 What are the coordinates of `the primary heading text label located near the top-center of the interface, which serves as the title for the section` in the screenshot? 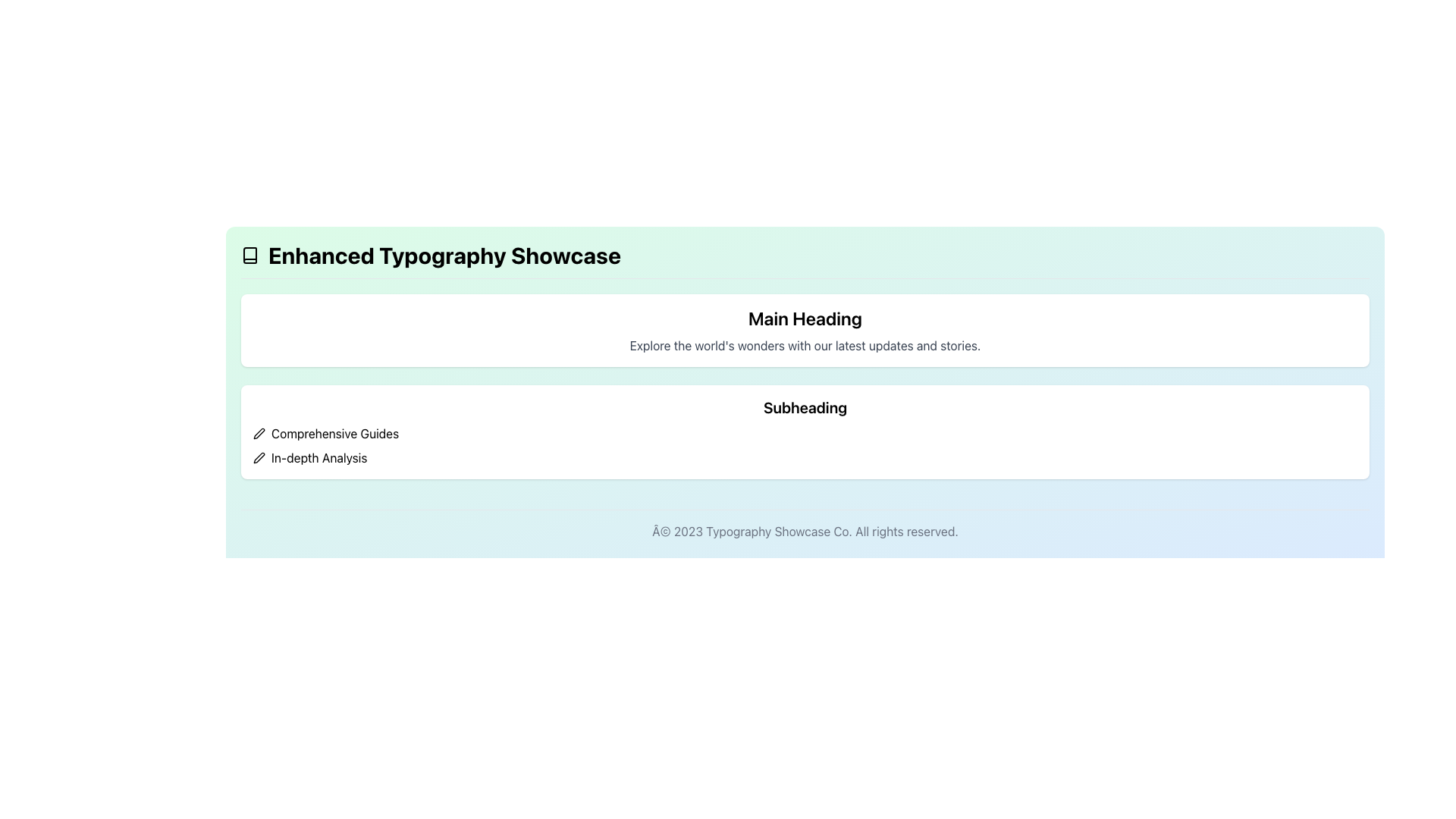 It's located at (804, 318).